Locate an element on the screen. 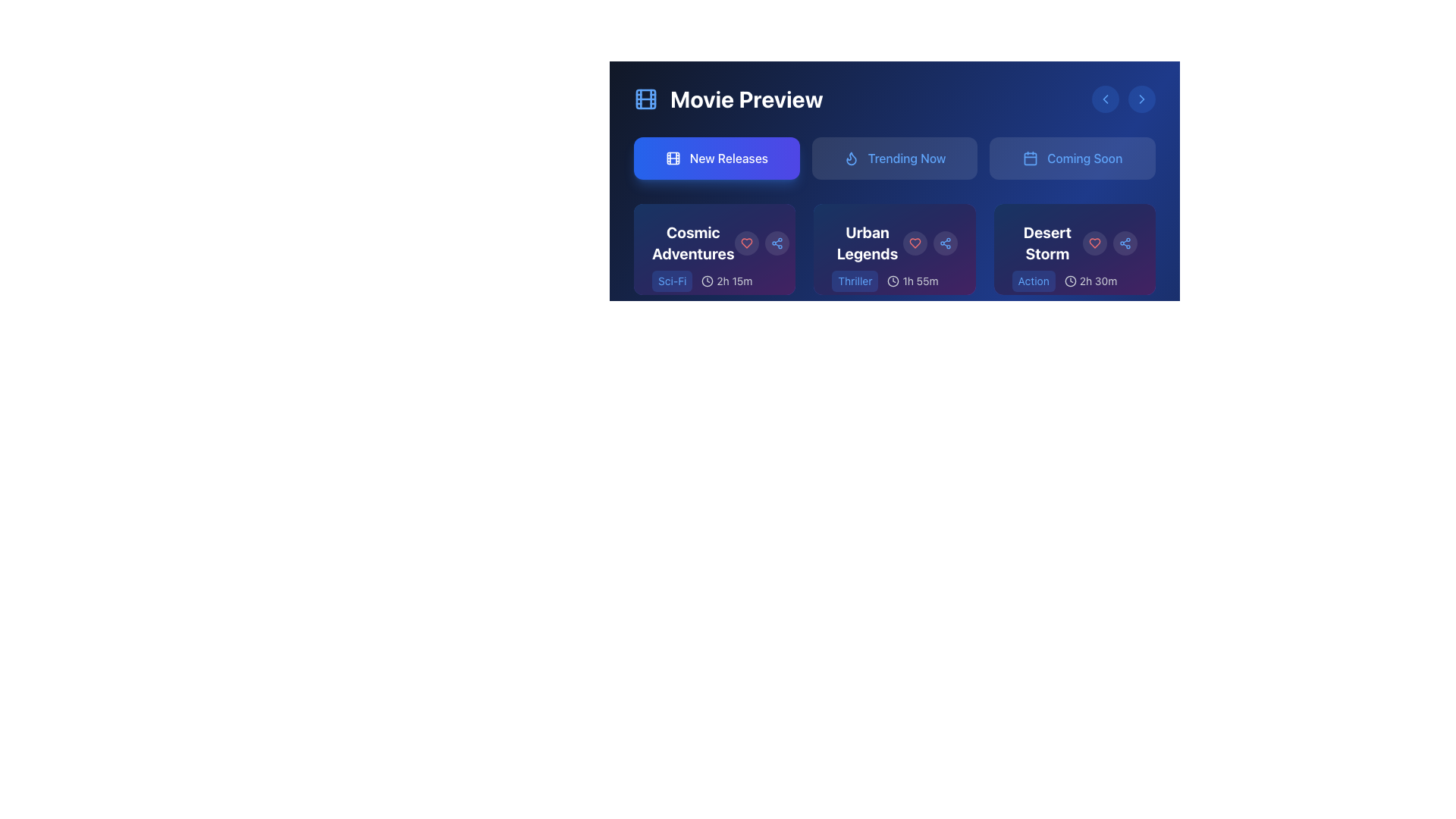  the share icon button, which is a small SVG icon resembling a share symbol with three circles connected by lines, located at the top-right corner of the 'Urban Legends' card is located at coordinates (1125, 242).